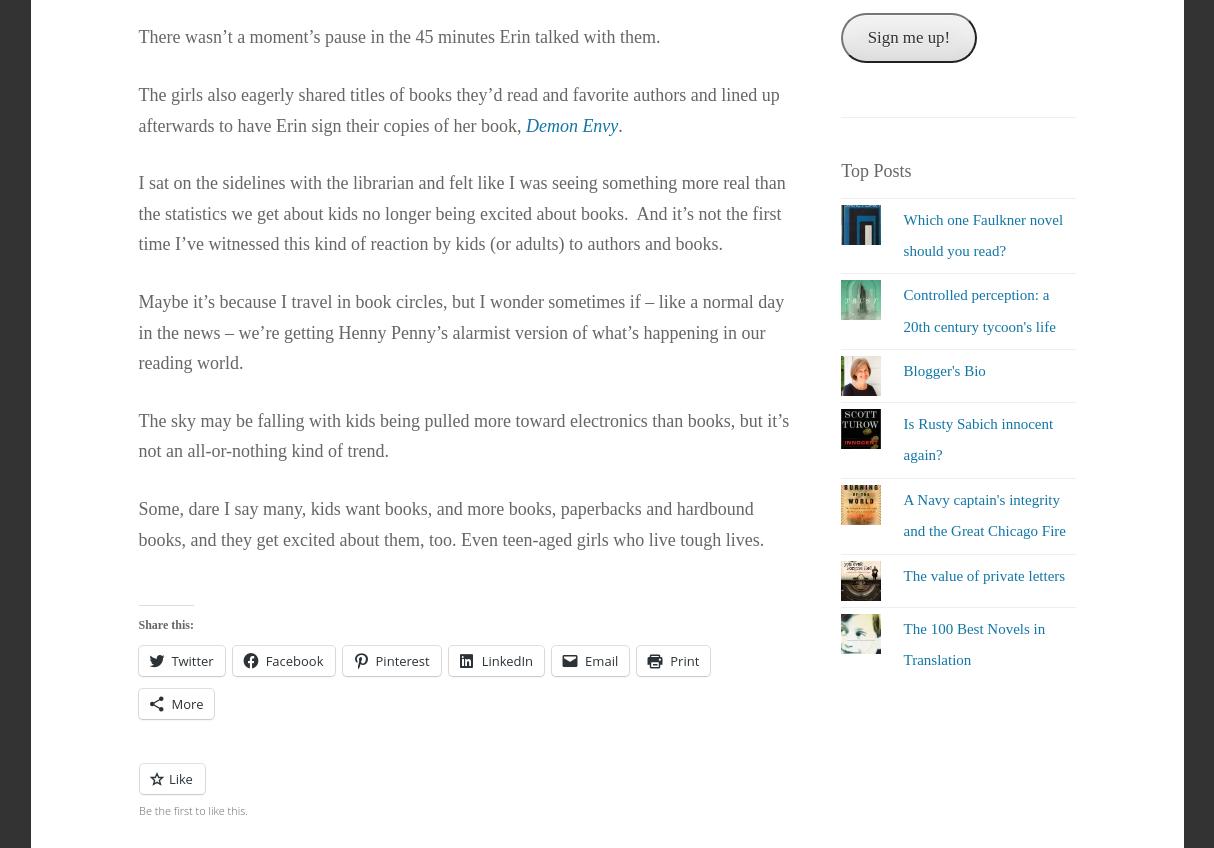 Image resolution: width=1214 pixels, height=848 pixels. What do you see at coordinates (982, 574) in the screenshot?
I see `'The value of private letters'` at bounding box center [982, 574].